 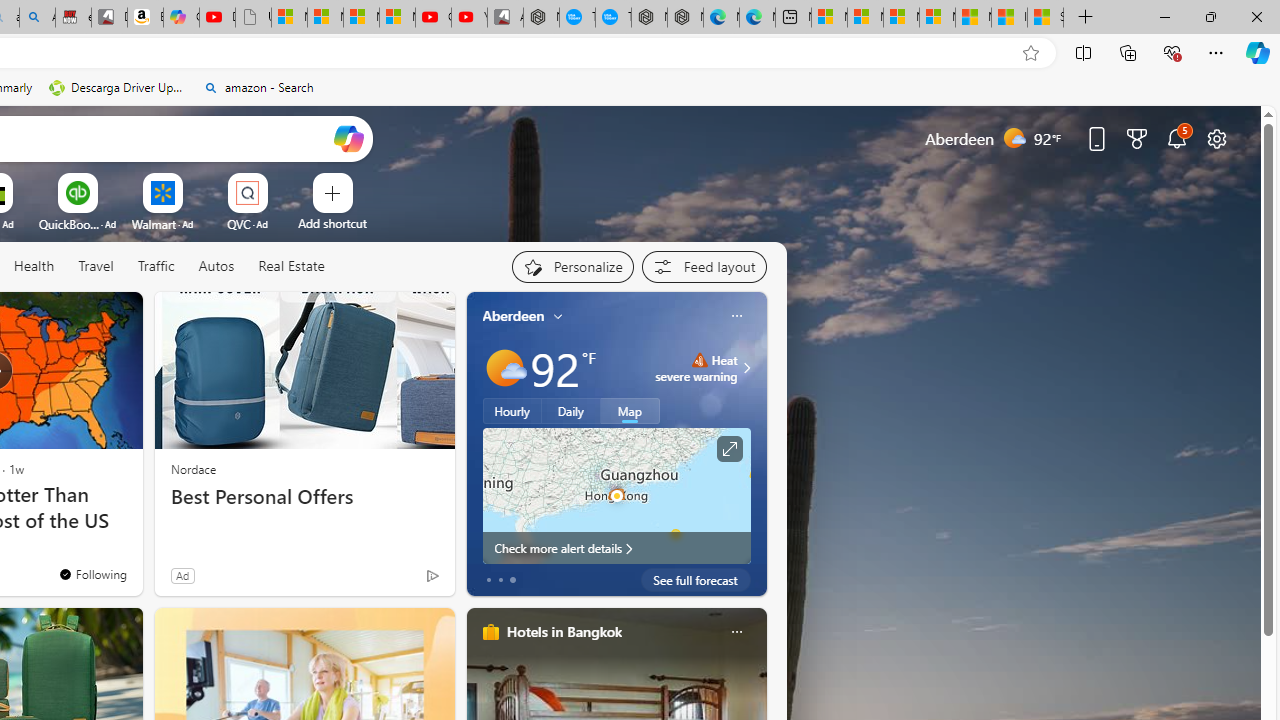 What do you see at coordinates (513, 315) in the screenshot?
I see `'Aberdeen'` at bounding box center [513, 315].